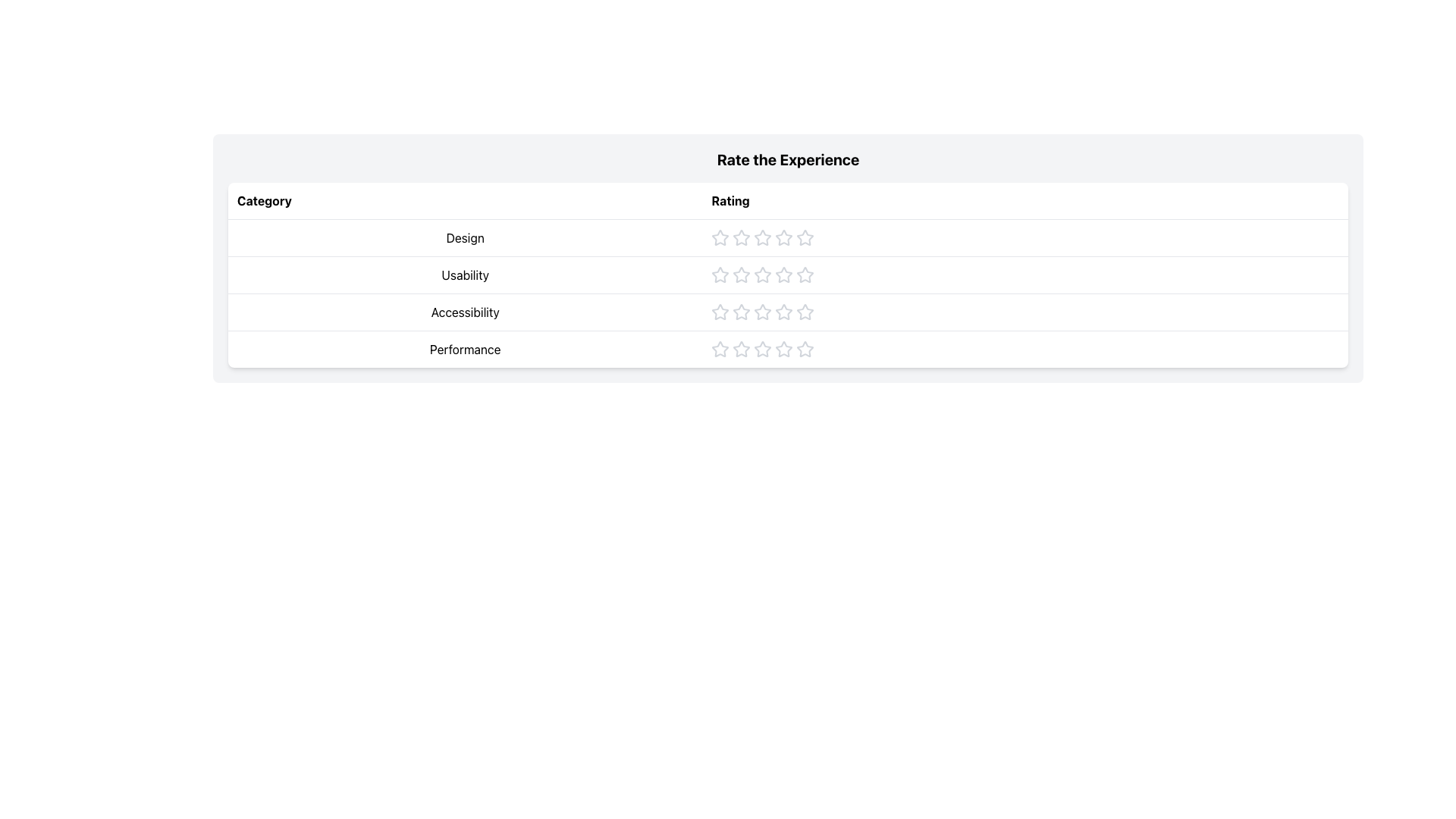  Describe the element at coordinates (763, 349) in the screenshot. I see `the third star icon in the 'Performance' rating system` at that location.